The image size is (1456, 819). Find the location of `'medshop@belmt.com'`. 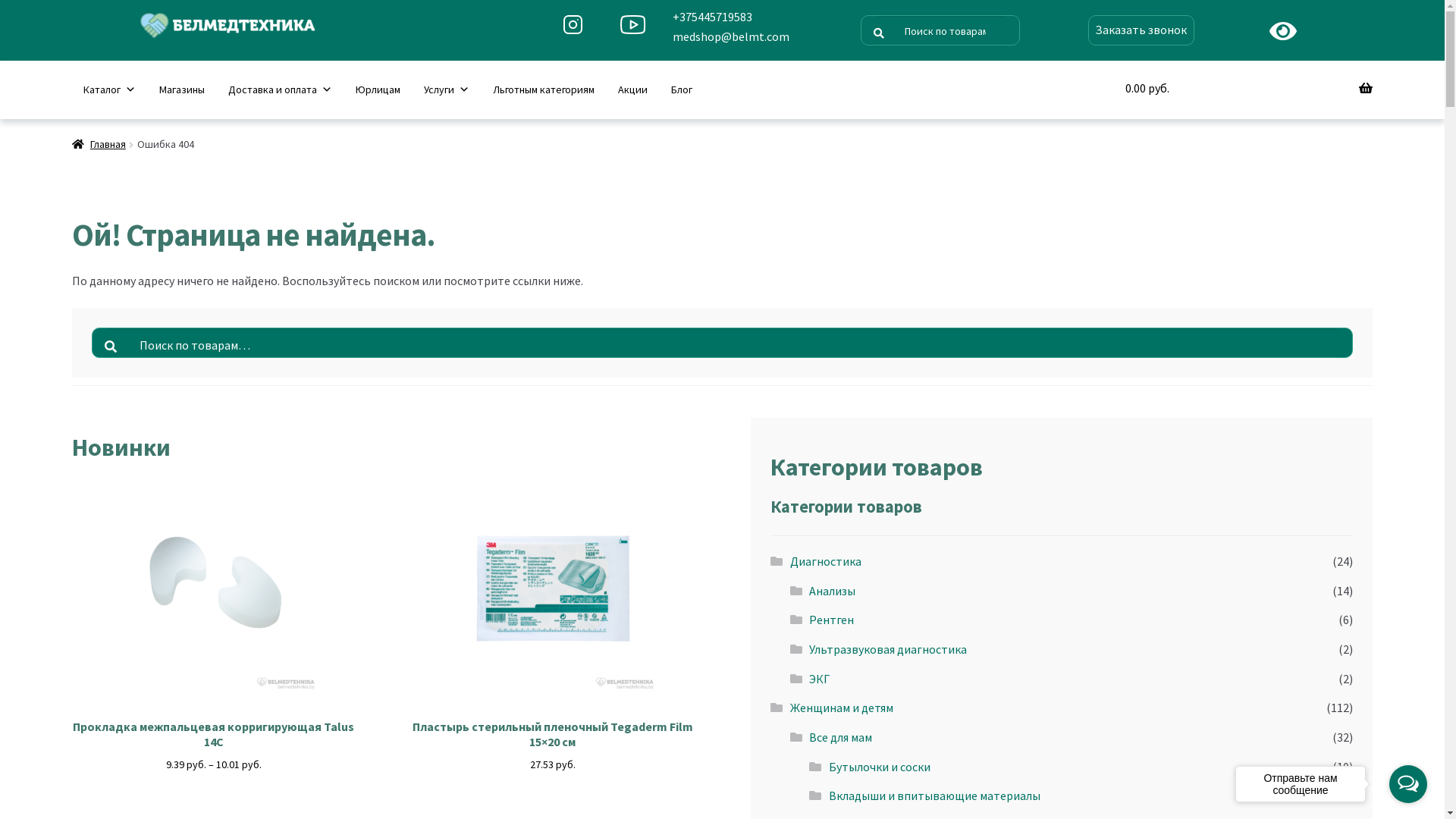

'medshop@belmt.com' is located at coordinates (731, 36).